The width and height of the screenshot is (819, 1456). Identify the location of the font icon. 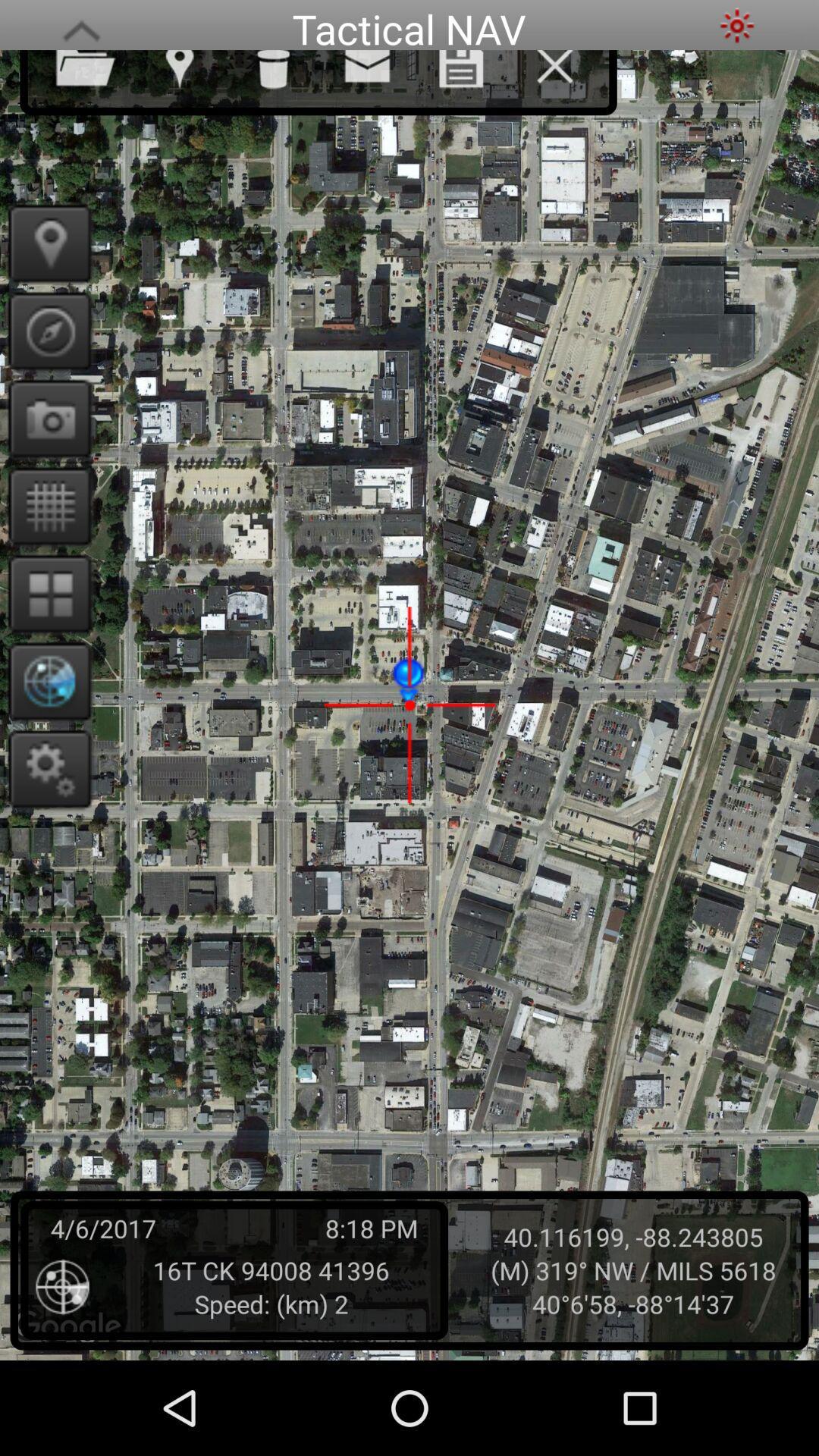
(81, 27).